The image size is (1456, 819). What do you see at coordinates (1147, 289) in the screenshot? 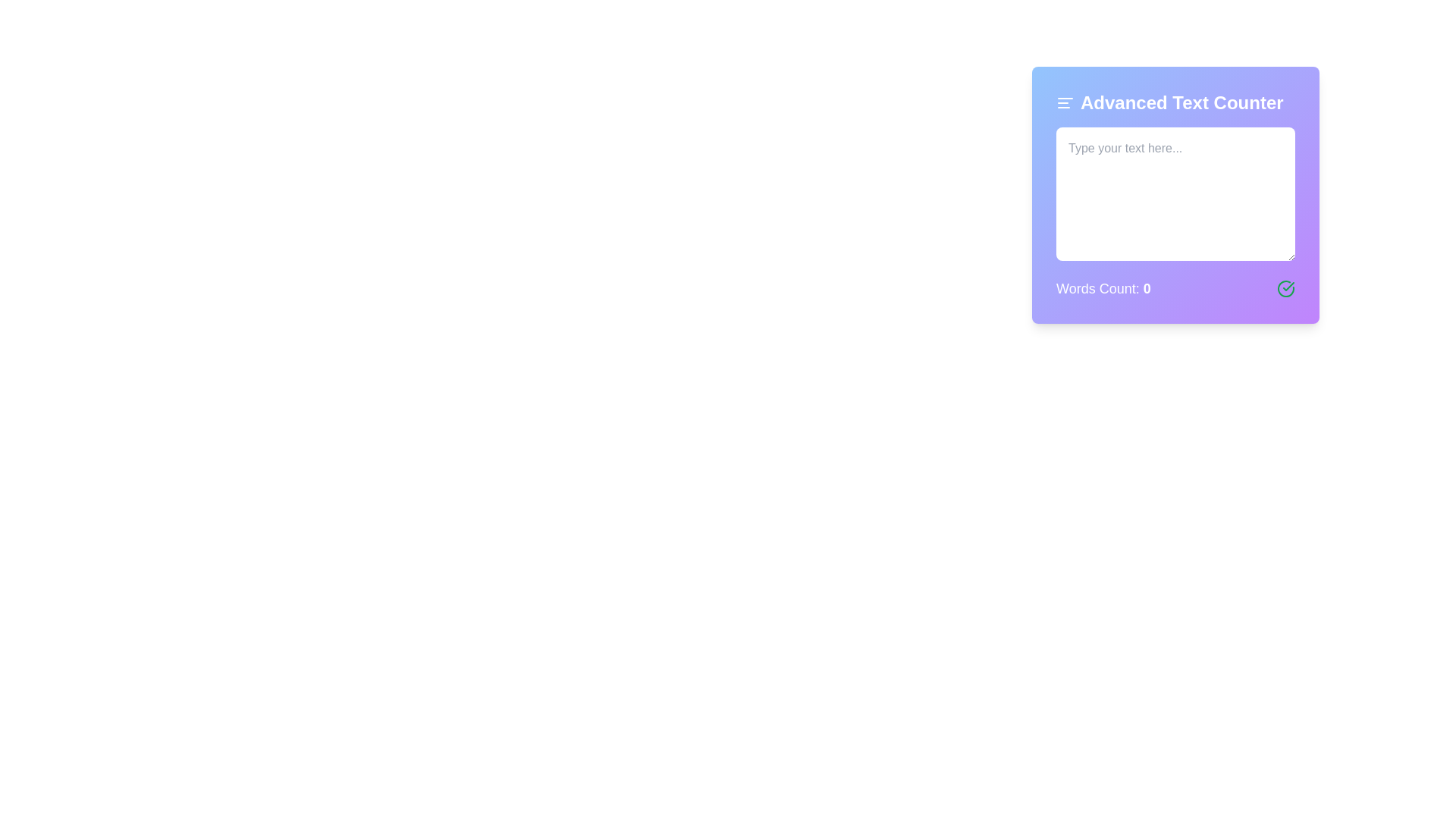
I see `the text label displaying the numeric value '0', which is positioned directly to the right of the 'Words Count:' label in the bottom-left region of the card interface` at bounding box center [1147, 289].